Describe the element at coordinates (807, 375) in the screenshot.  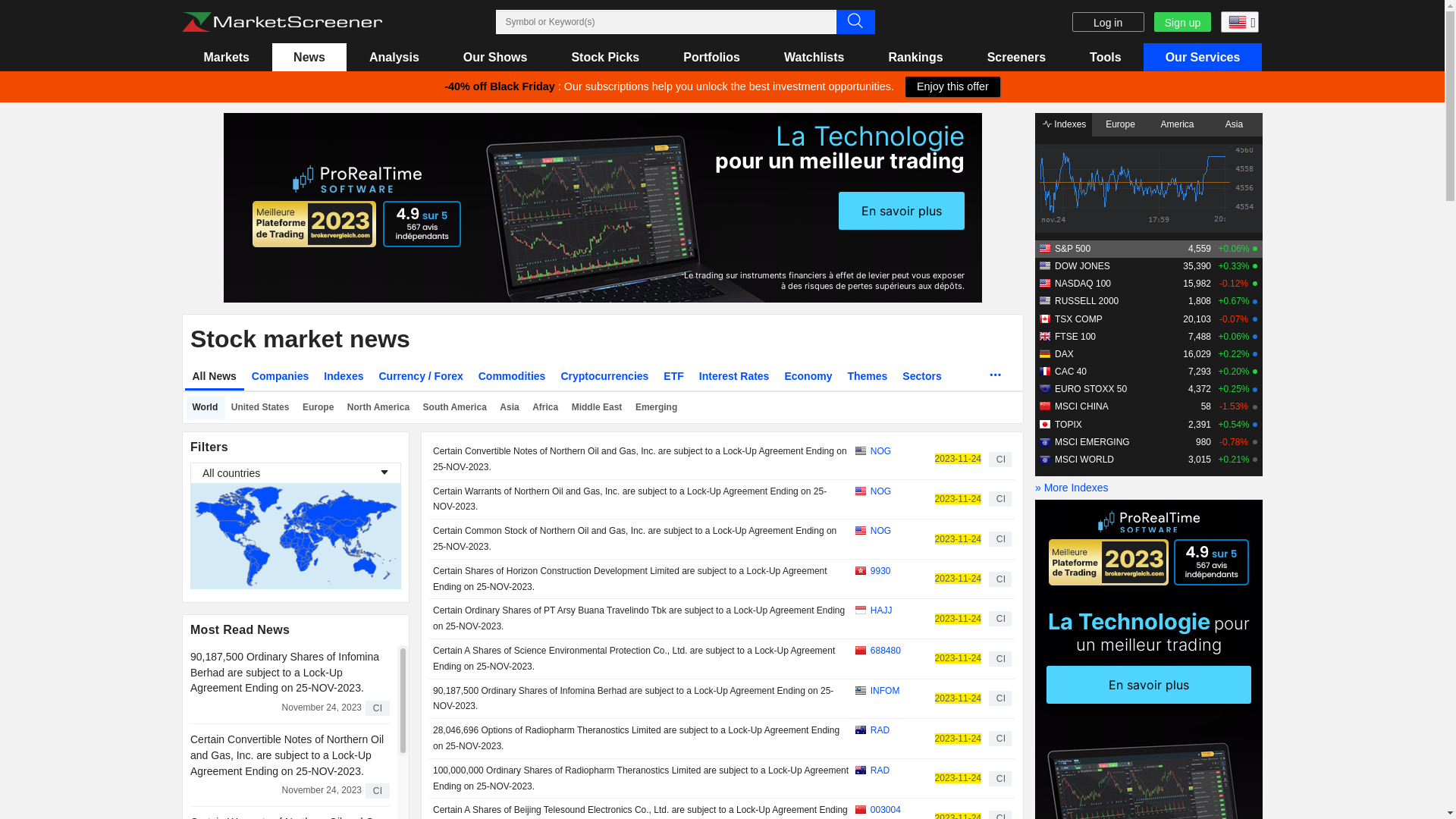
I see `'Economy'` at that location.